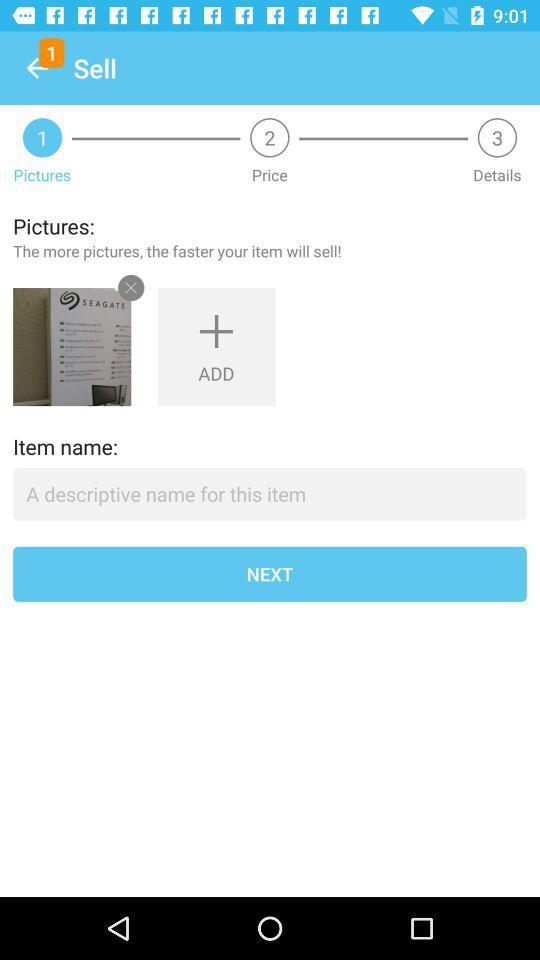 The width and height of the screenshot is (540, 960). What do you see at coordinates (270, 493) in the screenshot?
I see `a name to the item` at bounding box center [270, 493].